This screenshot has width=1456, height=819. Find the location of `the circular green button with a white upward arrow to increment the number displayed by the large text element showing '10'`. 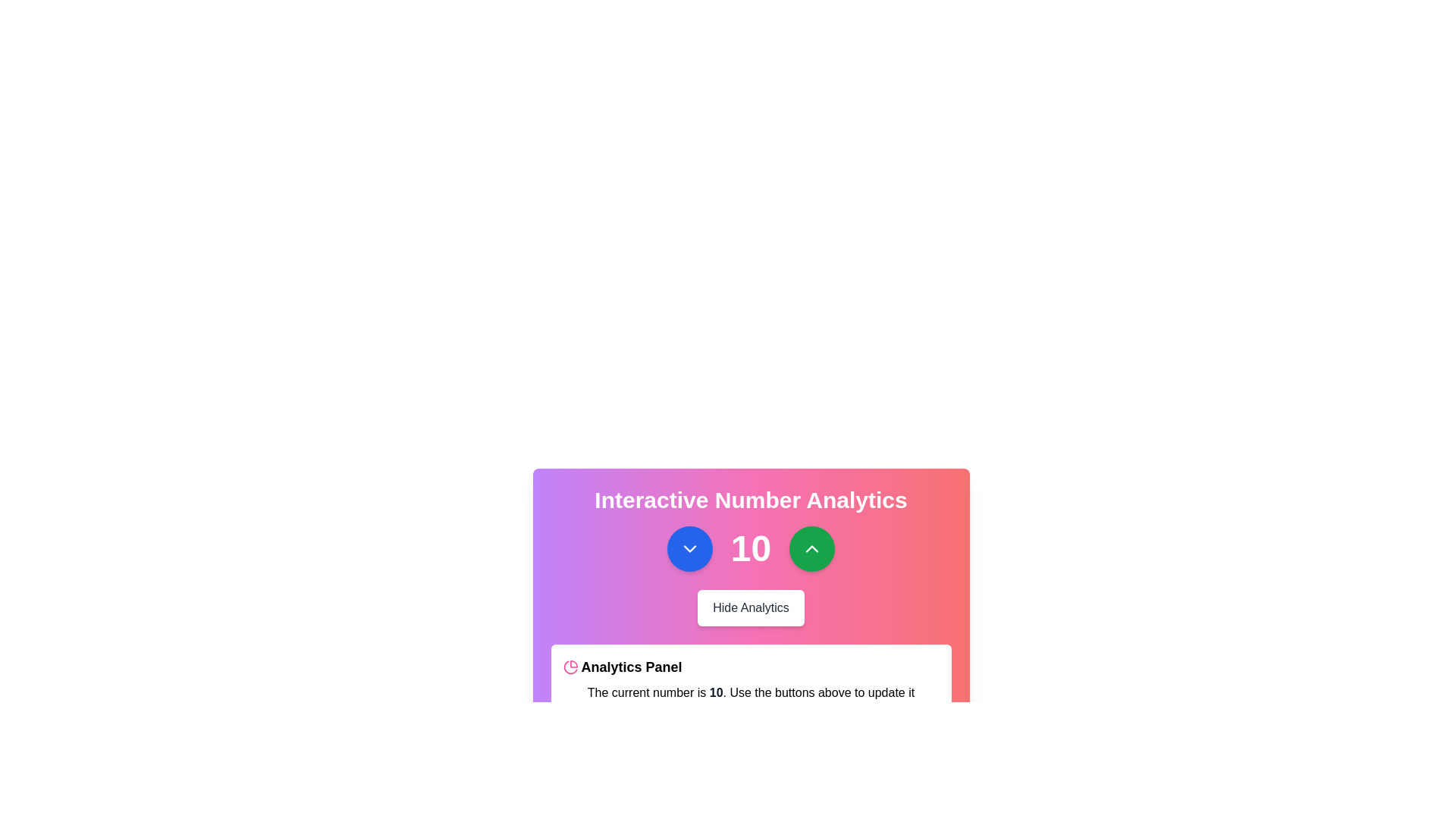

the circular green button with a white upward arrow to increment the number displayed by the large text element showing '10' is located at coordinates (811, 549).